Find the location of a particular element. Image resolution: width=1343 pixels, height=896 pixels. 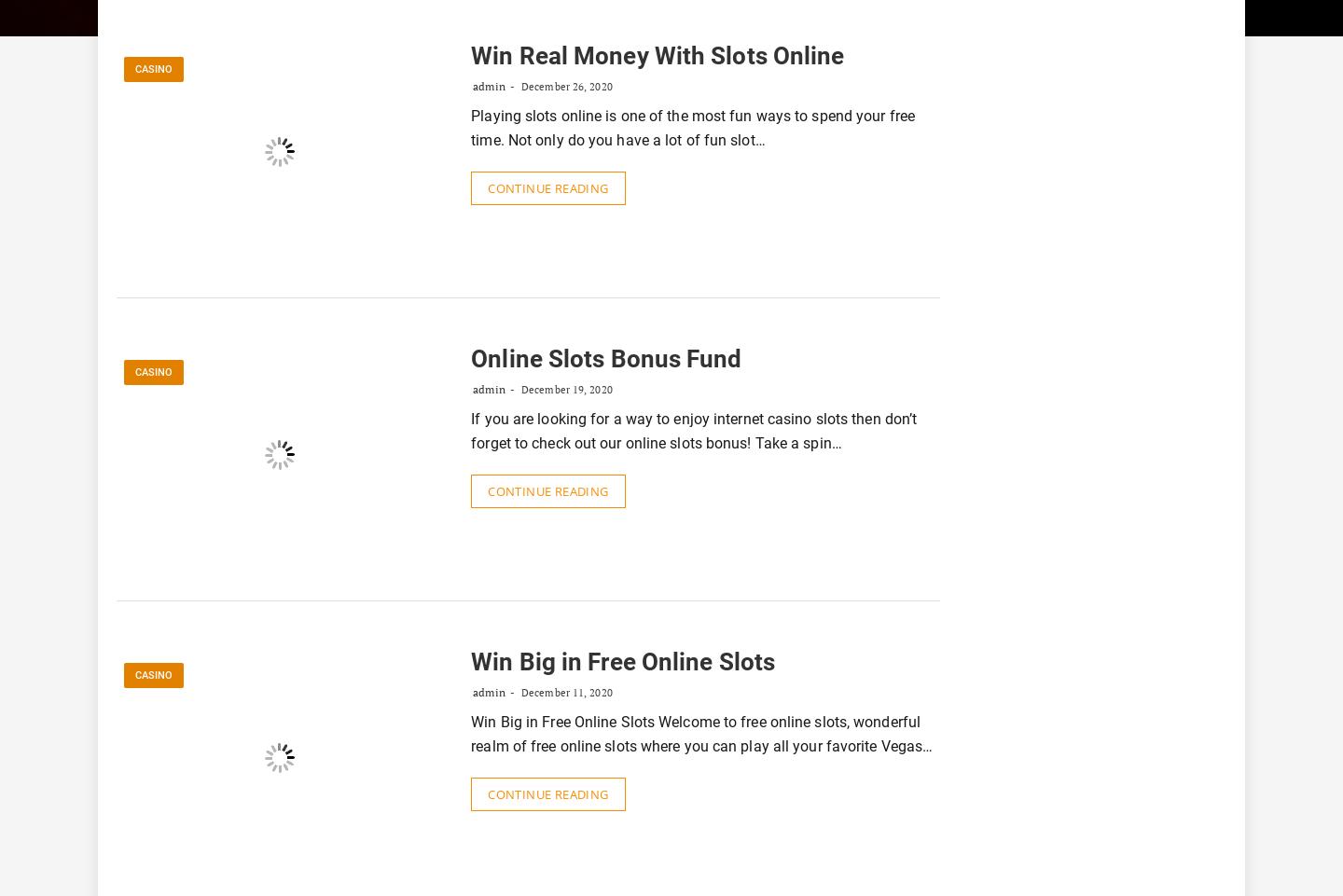

'Online Slots Bonus Fund' is located at coordinates (605, 358).